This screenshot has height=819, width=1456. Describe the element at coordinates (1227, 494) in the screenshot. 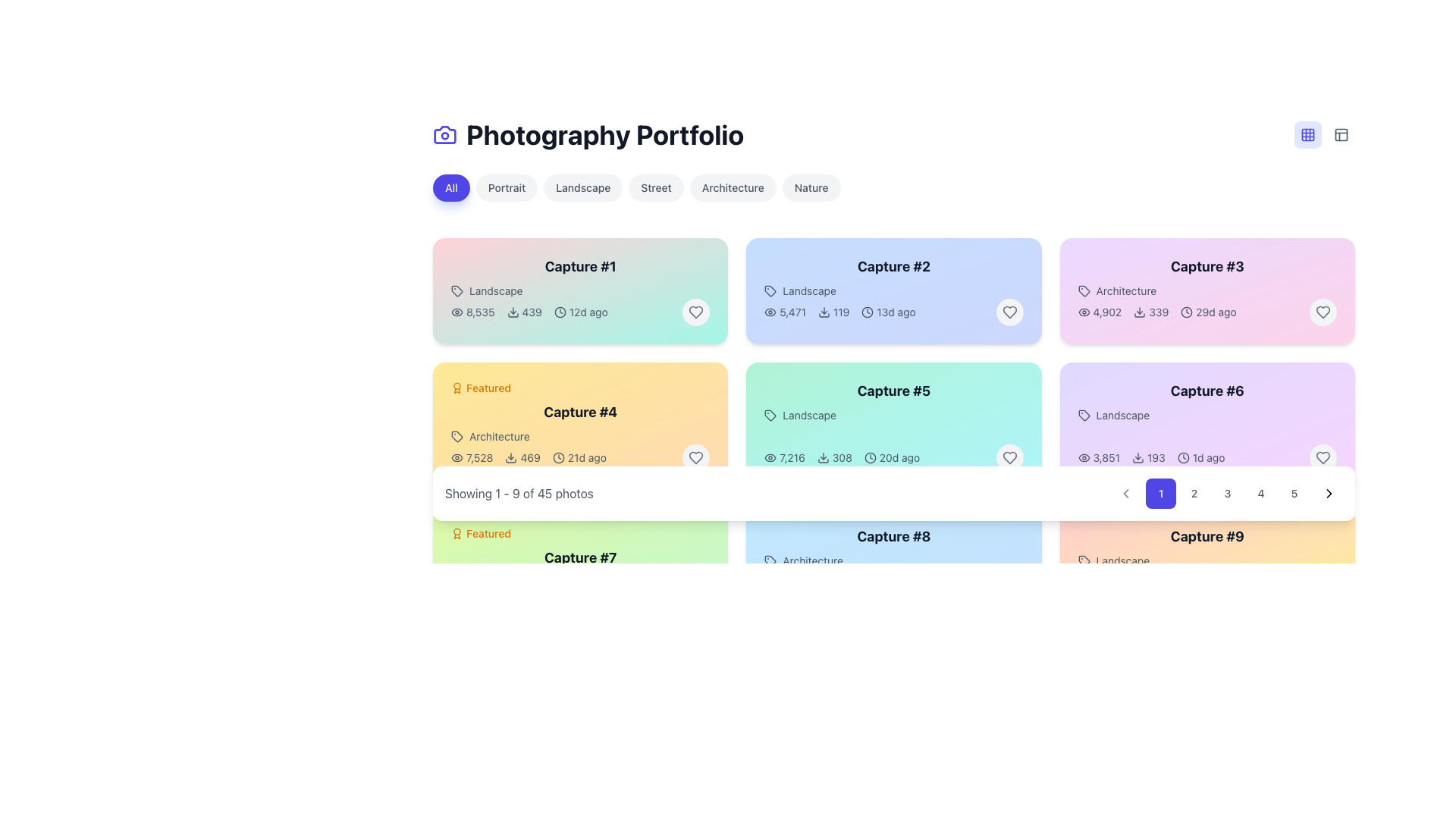

I see `the third button in the horizontal pagination bar` at that location.